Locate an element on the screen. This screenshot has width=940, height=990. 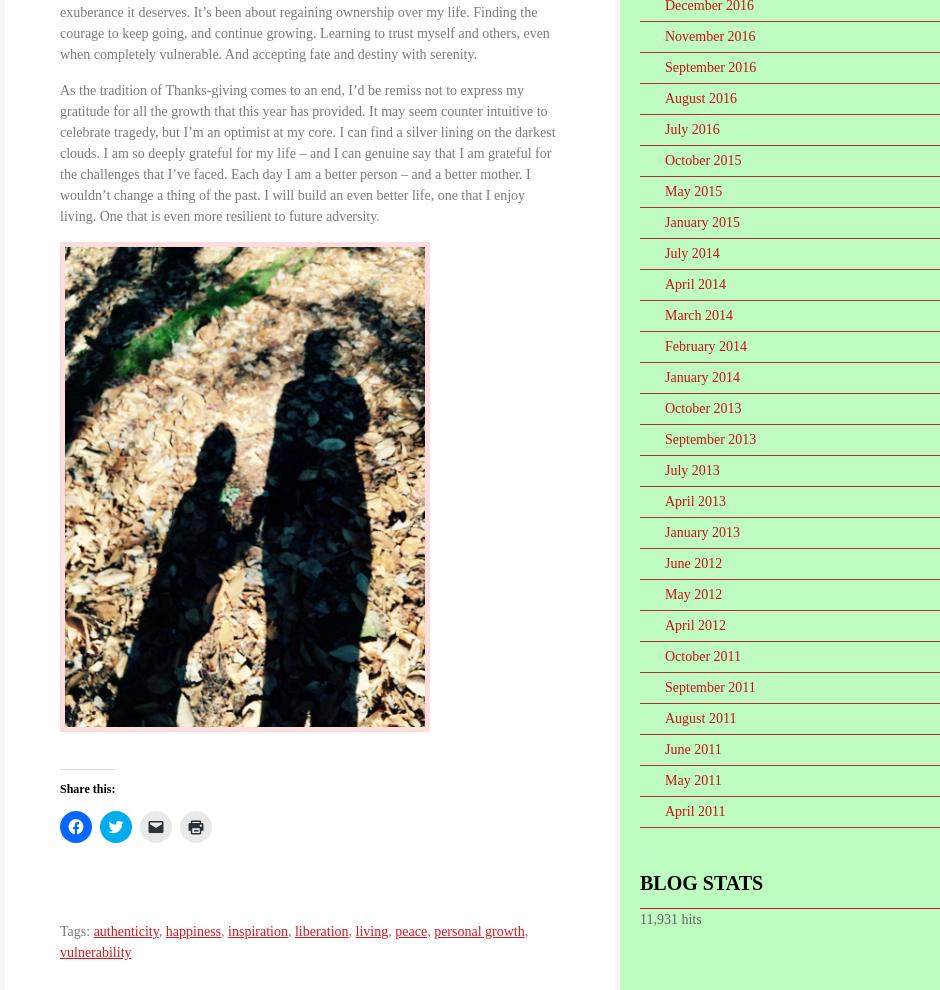
'May 2011' is located at coordinates (691, 780).